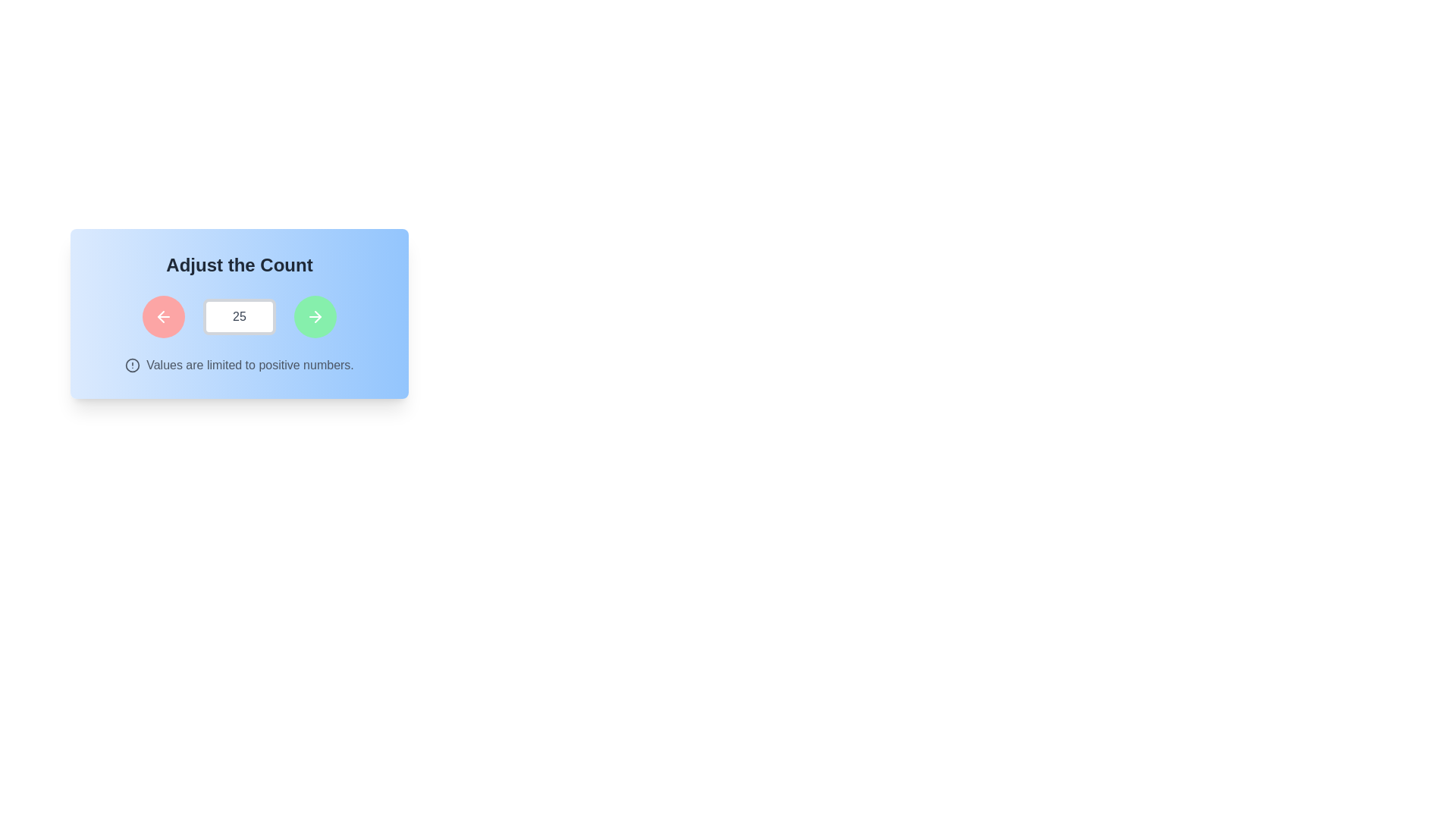 The image size is (1456, 819). Describe the element at coordinates (133, 366) in the screenshot. I see `the circular warning icon with a central exclamation mark located to the left of the text 'Values are limited to positive numbers.'` at that location.